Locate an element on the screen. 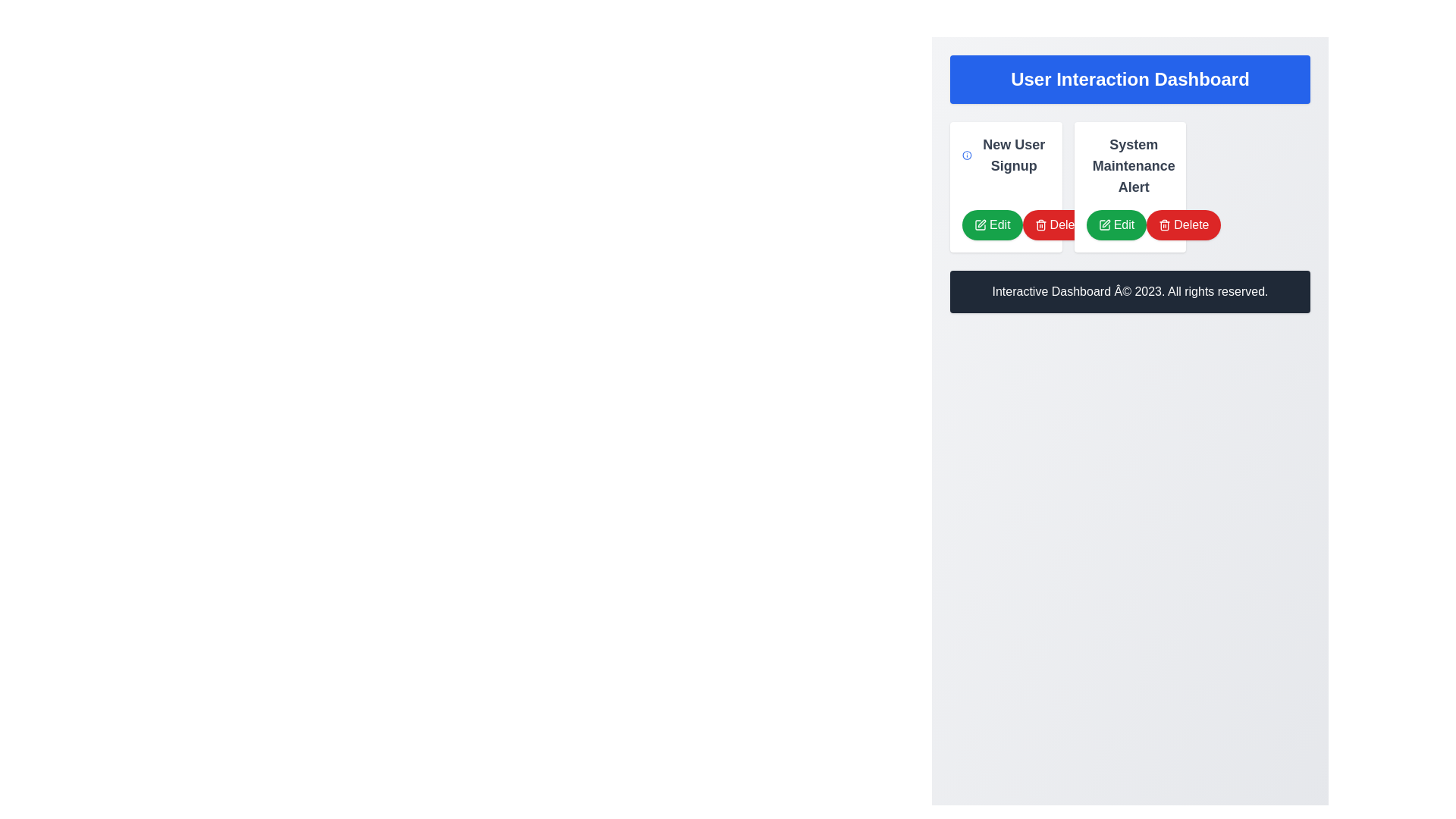  the delete icon located at the bottom-right of the 'New User Signup' card, just to the left of the 'Edit' button is located at coordinates (1040, 225).